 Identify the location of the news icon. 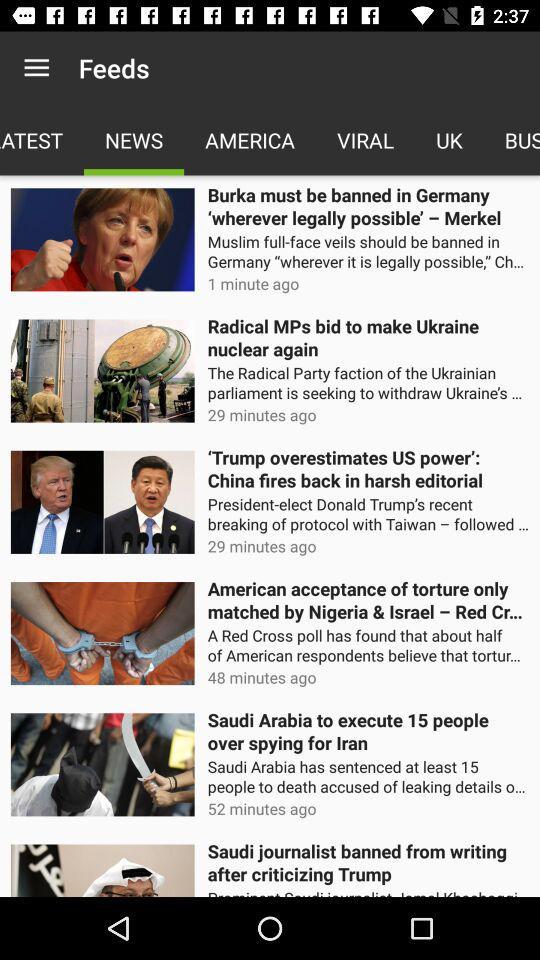
(134, 139).